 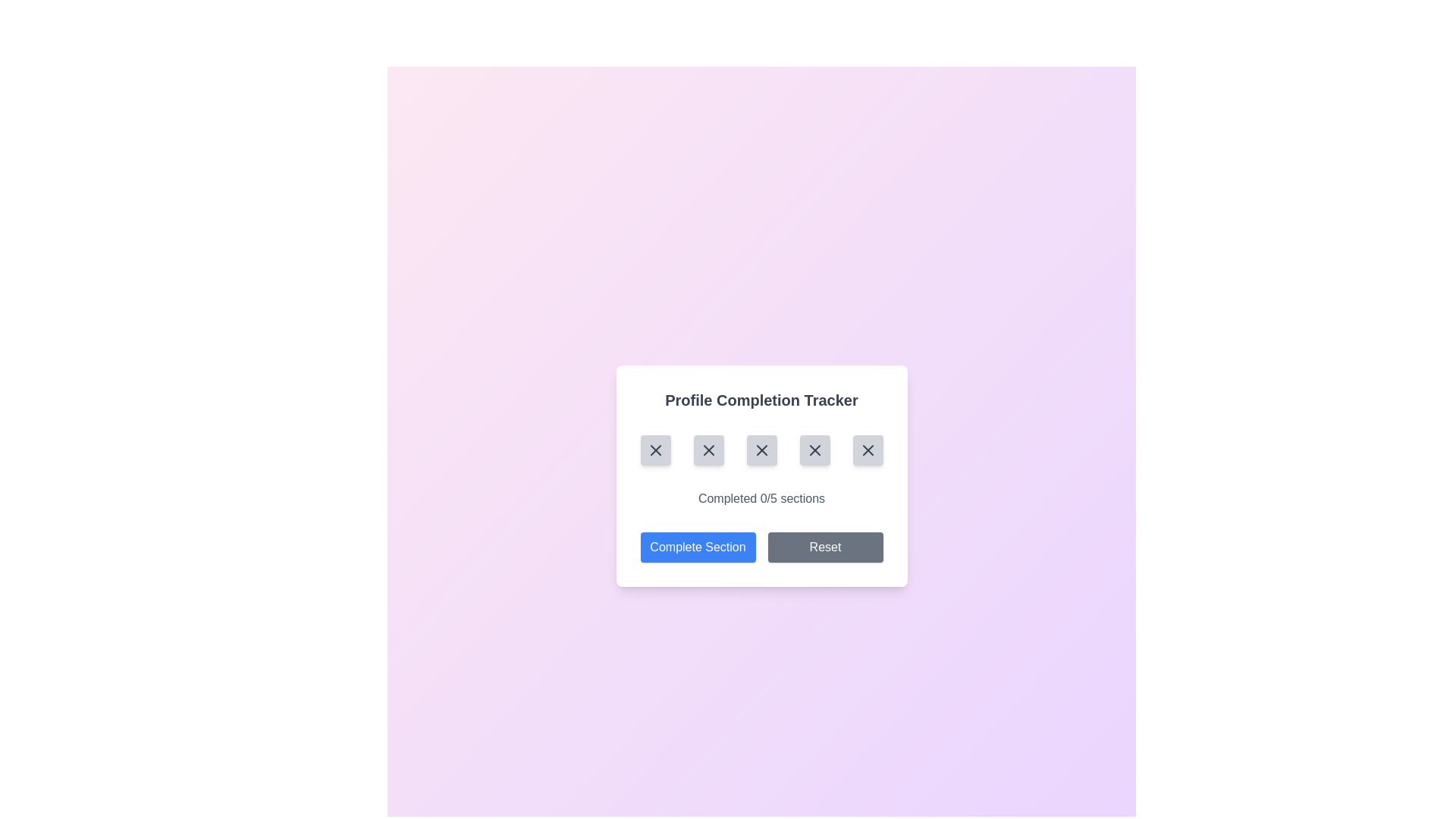 I want to click on the fourth interactive button with a gray background and an 'X' icon to interact with it, so click(x=814, y=450).